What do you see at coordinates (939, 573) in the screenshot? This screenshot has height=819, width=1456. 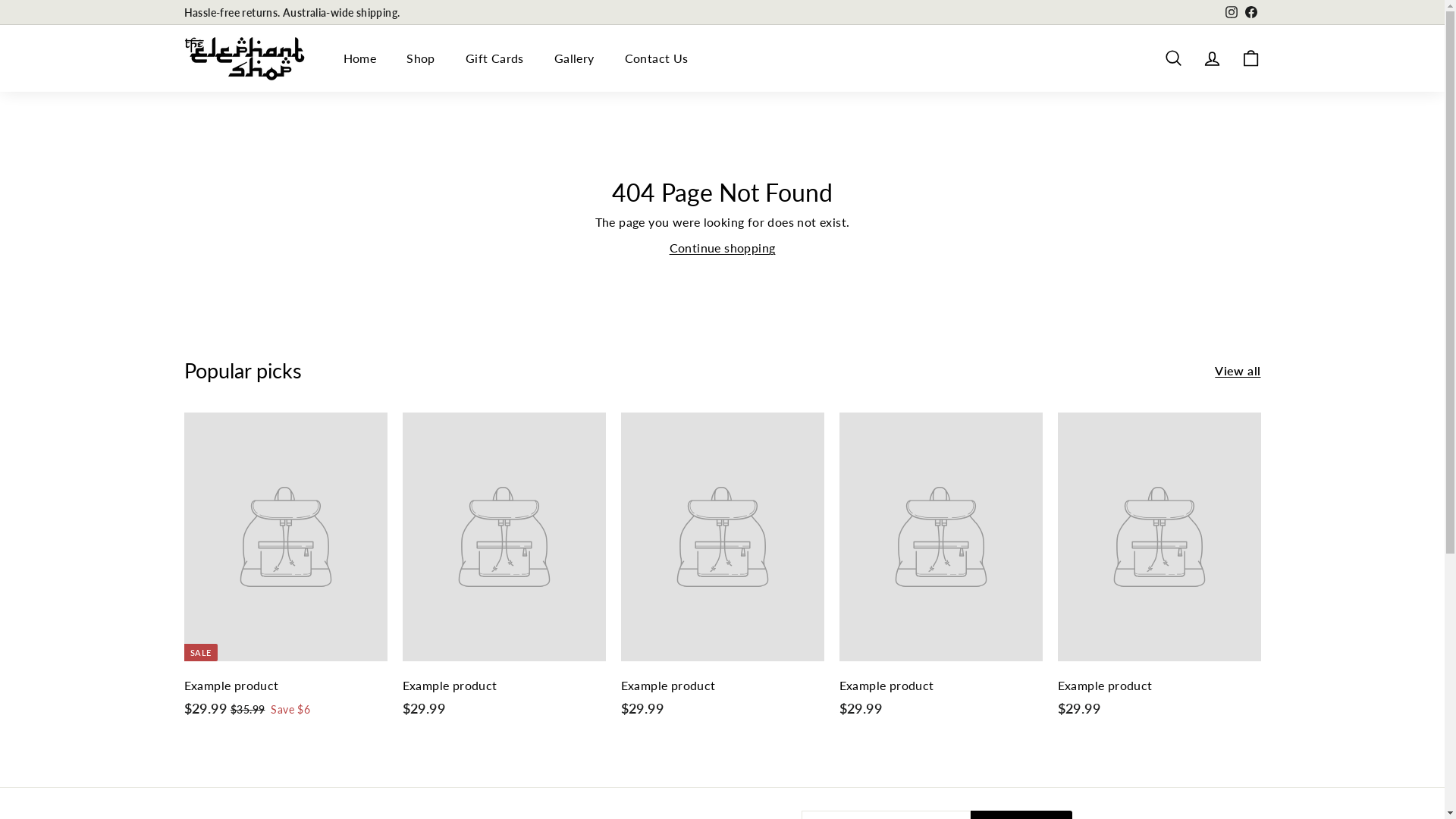 I see `'Example product` at bounding box center [939, 573].